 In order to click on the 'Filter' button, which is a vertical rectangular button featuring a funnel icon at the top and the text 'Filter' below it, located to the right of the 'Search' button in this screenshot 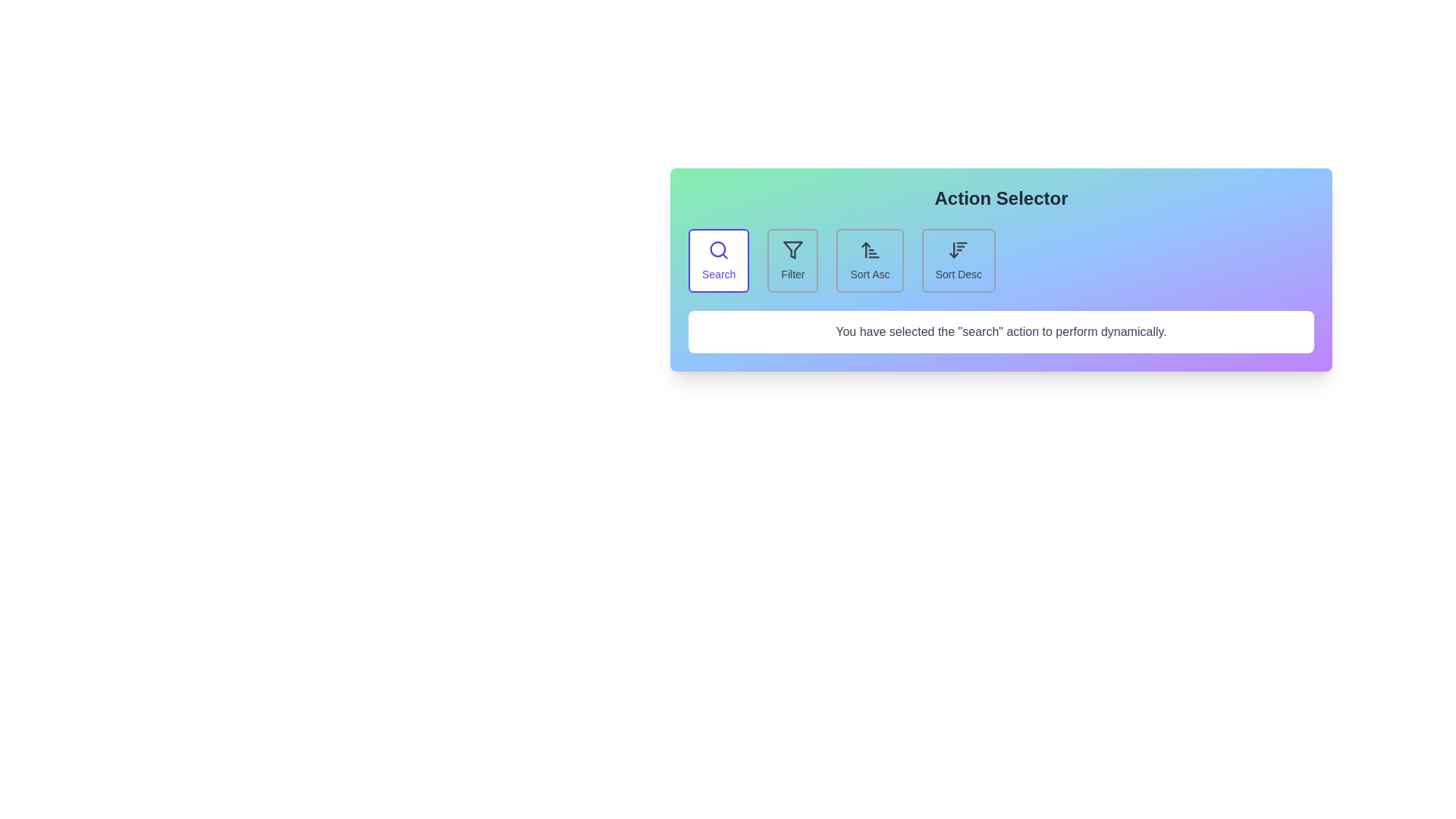, I will do `click(792, 259)`.